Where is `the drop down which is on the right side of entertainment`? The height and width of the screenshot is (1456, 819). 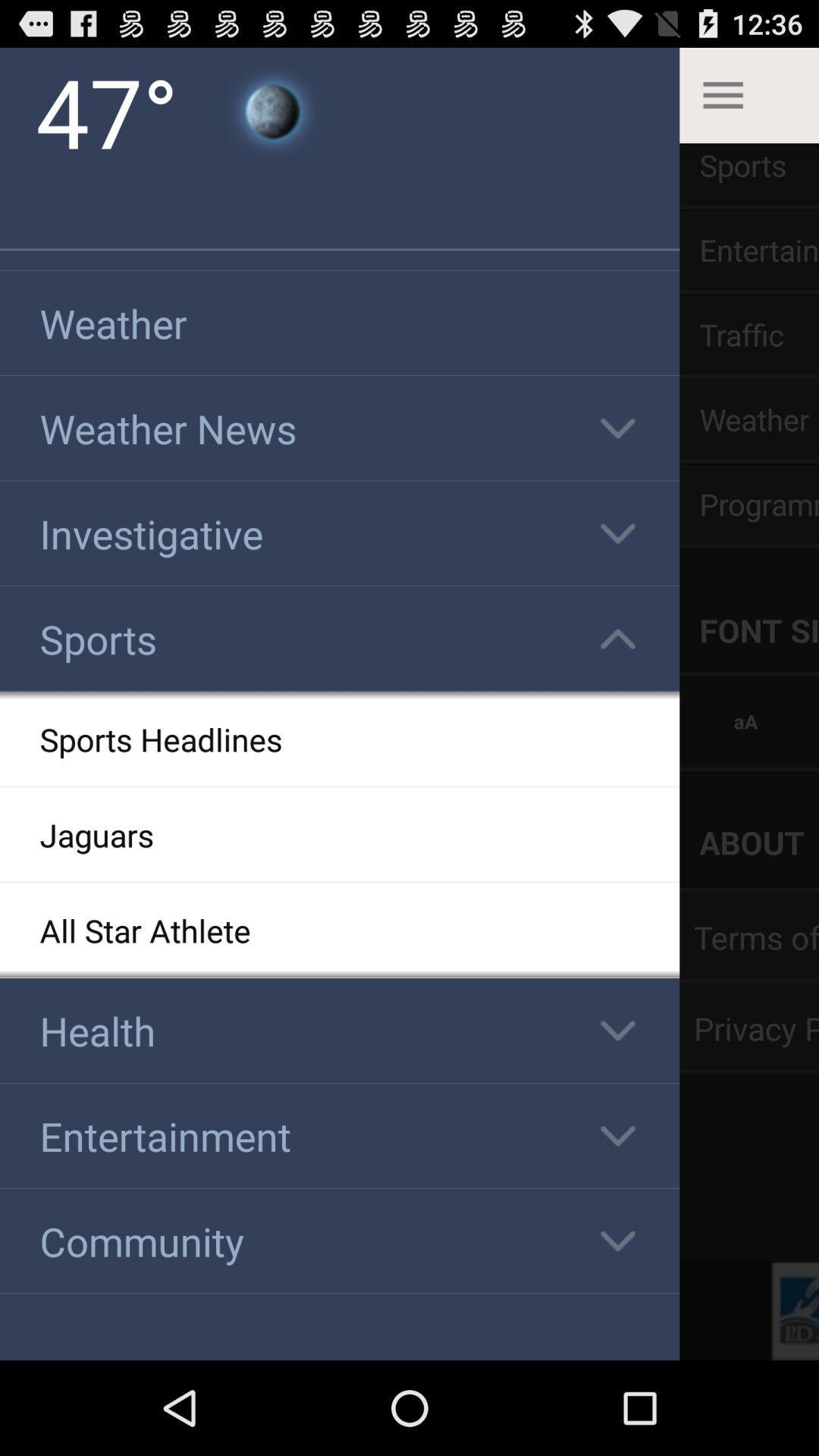 the drop down which is on the right side of entertainment is located at coordinates (617, 1135).